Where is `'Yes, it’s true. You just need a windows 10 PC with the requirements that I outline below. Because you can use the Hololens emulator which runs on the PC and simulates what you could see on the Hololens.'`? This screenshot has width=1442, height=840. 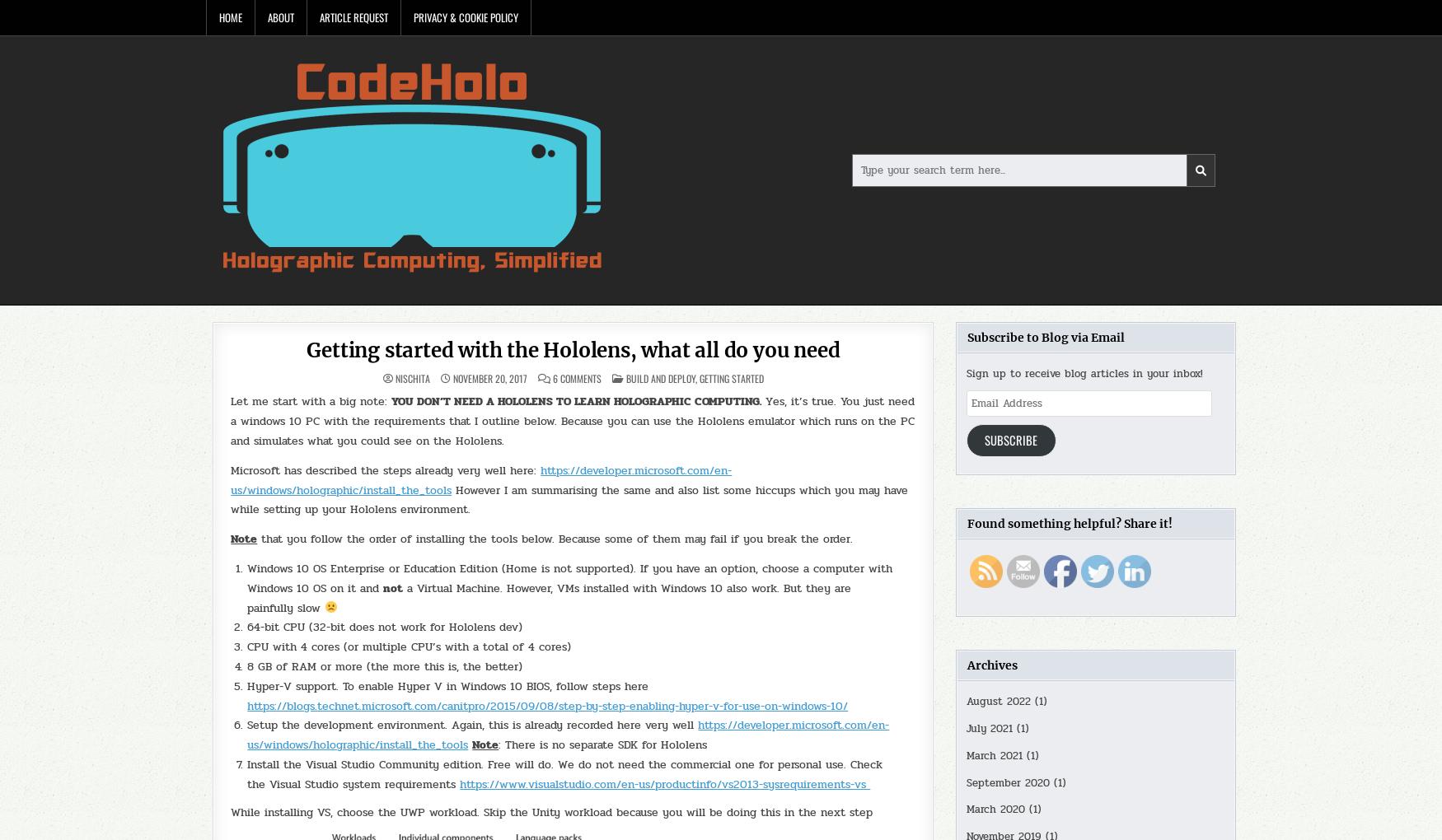 'Yes, it’s true. You just need a windows 10 PC with the requirements that I outline below. Because you can use the Hololens emulator which runs on the PC and simulates what you could see on the Hololens.' is located at coordinates (230, 420).